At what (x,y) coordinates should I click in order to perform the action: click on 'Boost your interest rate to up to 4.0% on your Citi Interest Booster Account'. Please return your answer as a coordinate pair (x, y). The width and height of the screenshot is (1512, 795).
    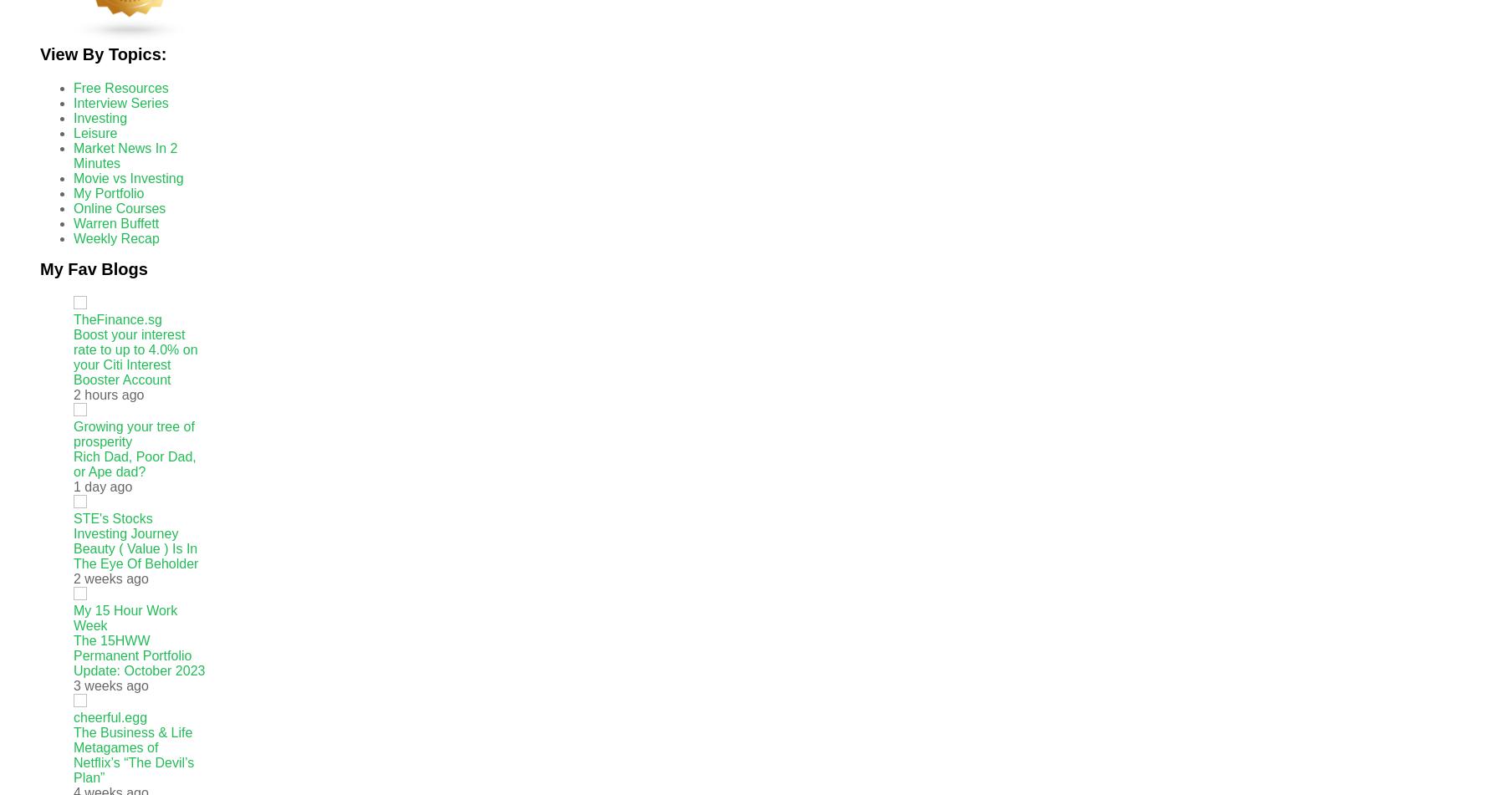
    Looking at the image, I should click on (135, 357).